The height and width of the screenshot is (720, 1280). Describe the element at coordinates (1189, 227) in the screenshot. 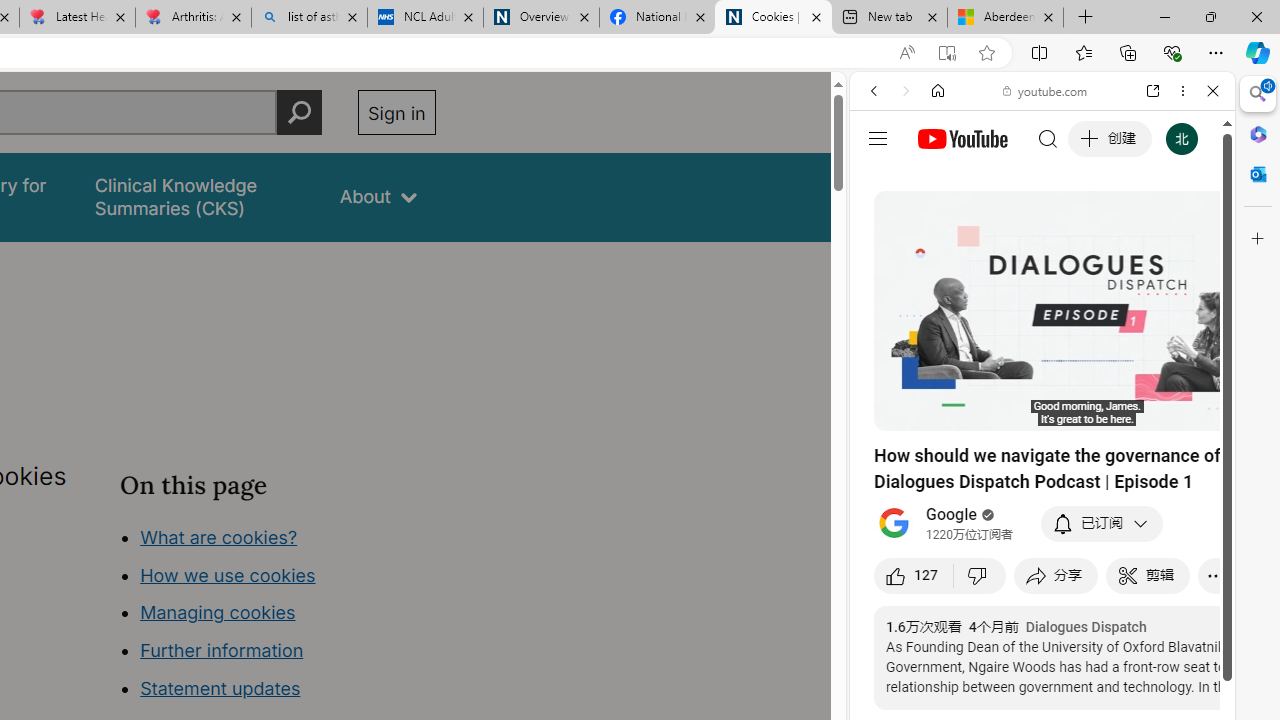

I see `'Preferences'` at that location.